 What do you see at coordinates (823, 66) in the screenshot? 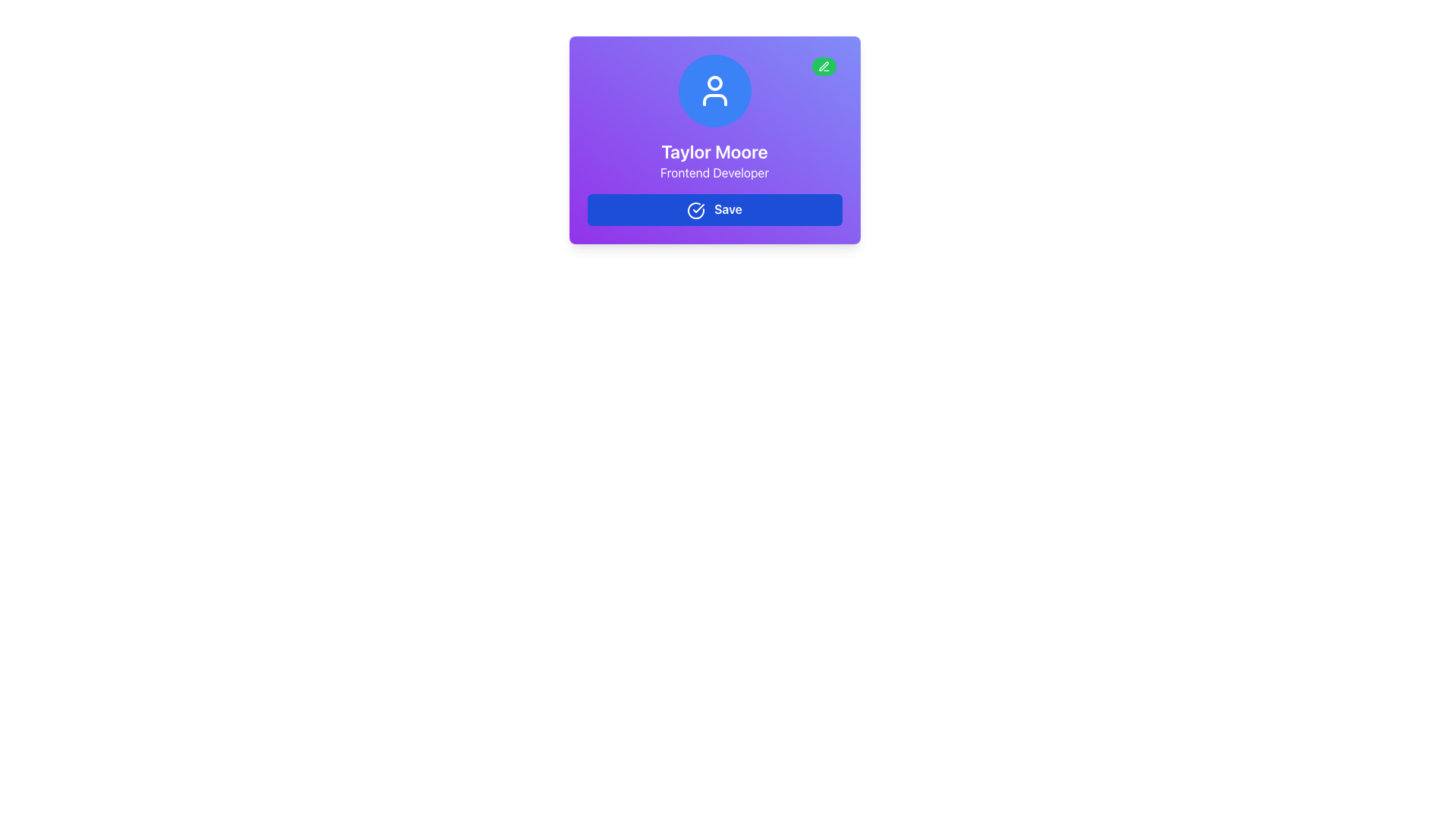
I see `the edit button located in the top-right corner of the card component` at bounding box center [823, 66].